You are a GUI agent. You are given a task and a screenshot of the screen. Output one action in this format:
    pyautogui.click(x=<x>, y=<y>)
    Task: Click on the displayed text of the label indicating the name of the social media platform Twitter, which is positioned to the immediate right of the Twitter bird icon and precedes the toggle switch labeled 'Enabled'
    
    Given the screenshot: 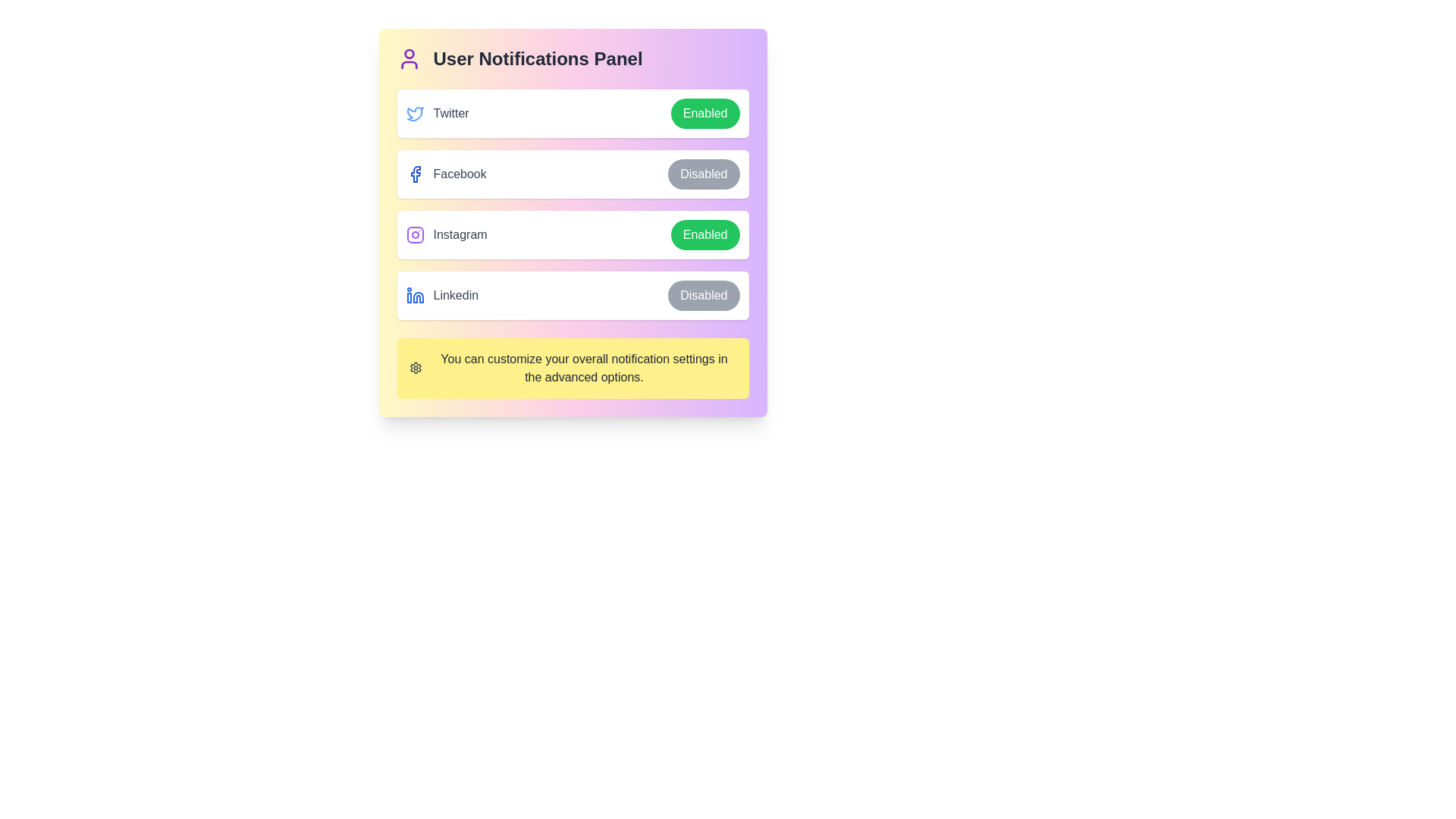 What is the action you would take?
    pyautogui.click(x=450, y=113)
    